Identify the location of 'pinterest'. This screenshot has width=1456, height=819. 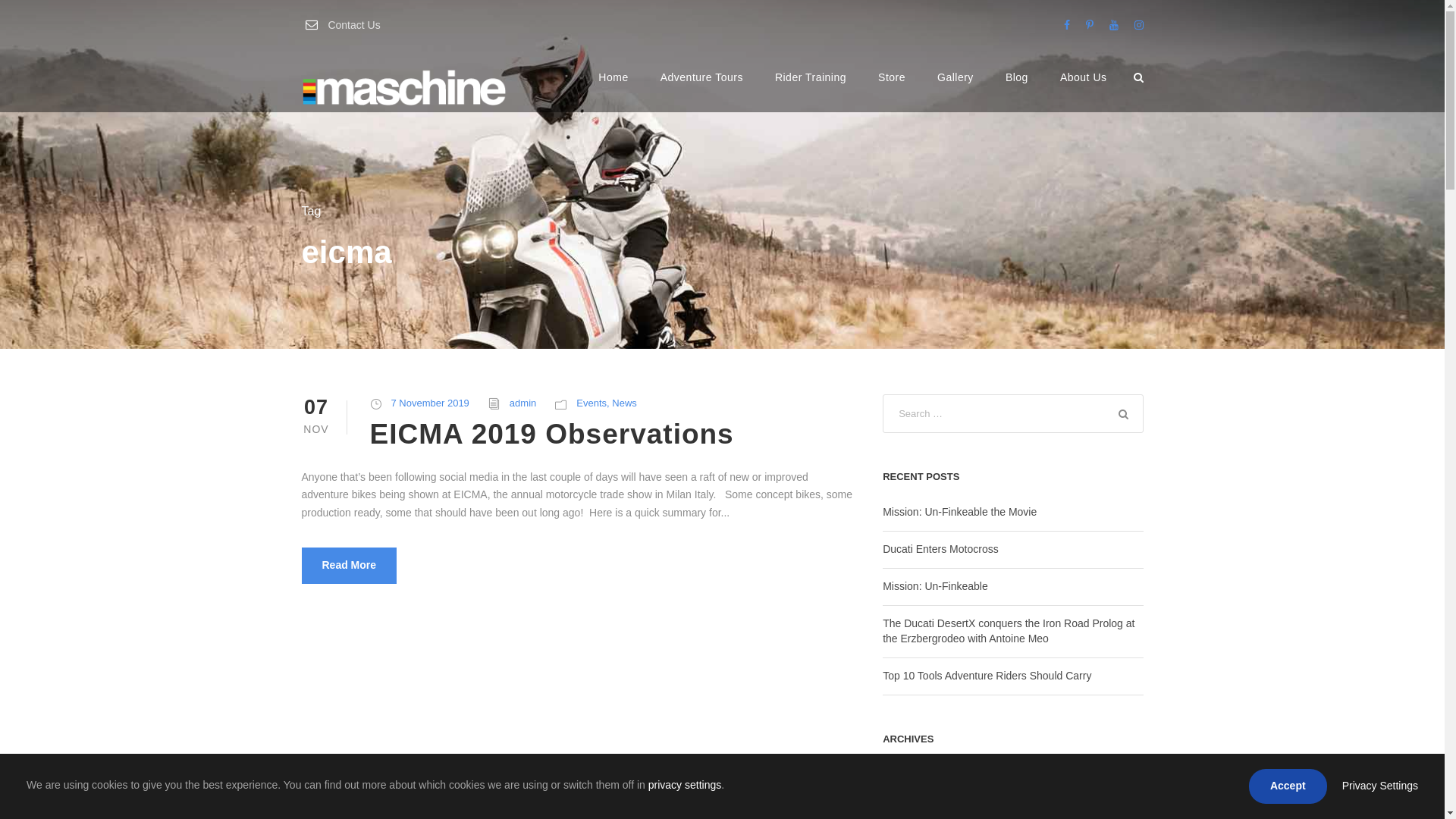
(1088, 25).